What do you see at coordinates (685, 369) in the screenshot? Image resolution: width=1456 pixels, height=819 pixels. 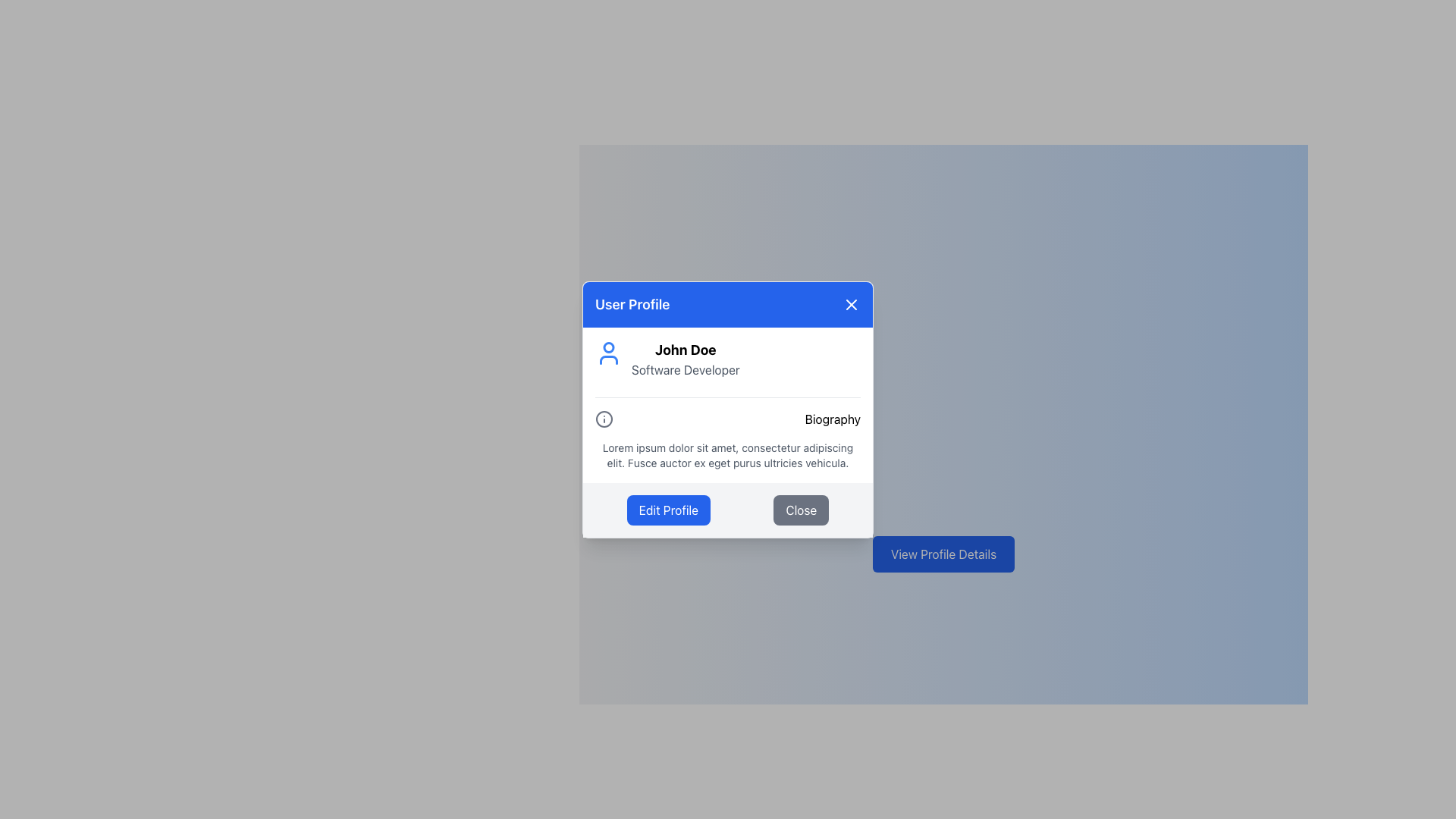 I see `text label indicating the professional occupation or title of the user 'John Doe' that is positioned directly below the name within the user profile card interface` at bounding box center [685, 369].